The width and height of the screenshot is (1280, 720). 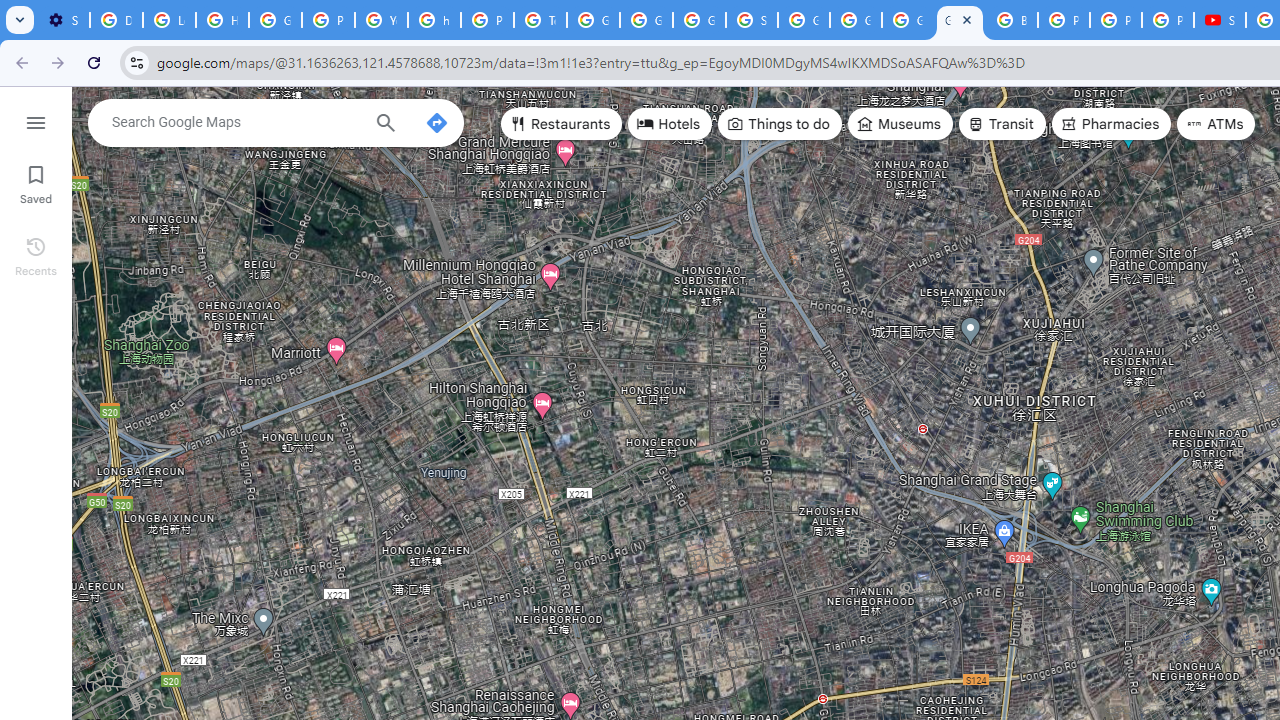 What do you see at coordinates (899, 124) in the screenshot?
I see `'Museums'` at bounding box center [899, 124].